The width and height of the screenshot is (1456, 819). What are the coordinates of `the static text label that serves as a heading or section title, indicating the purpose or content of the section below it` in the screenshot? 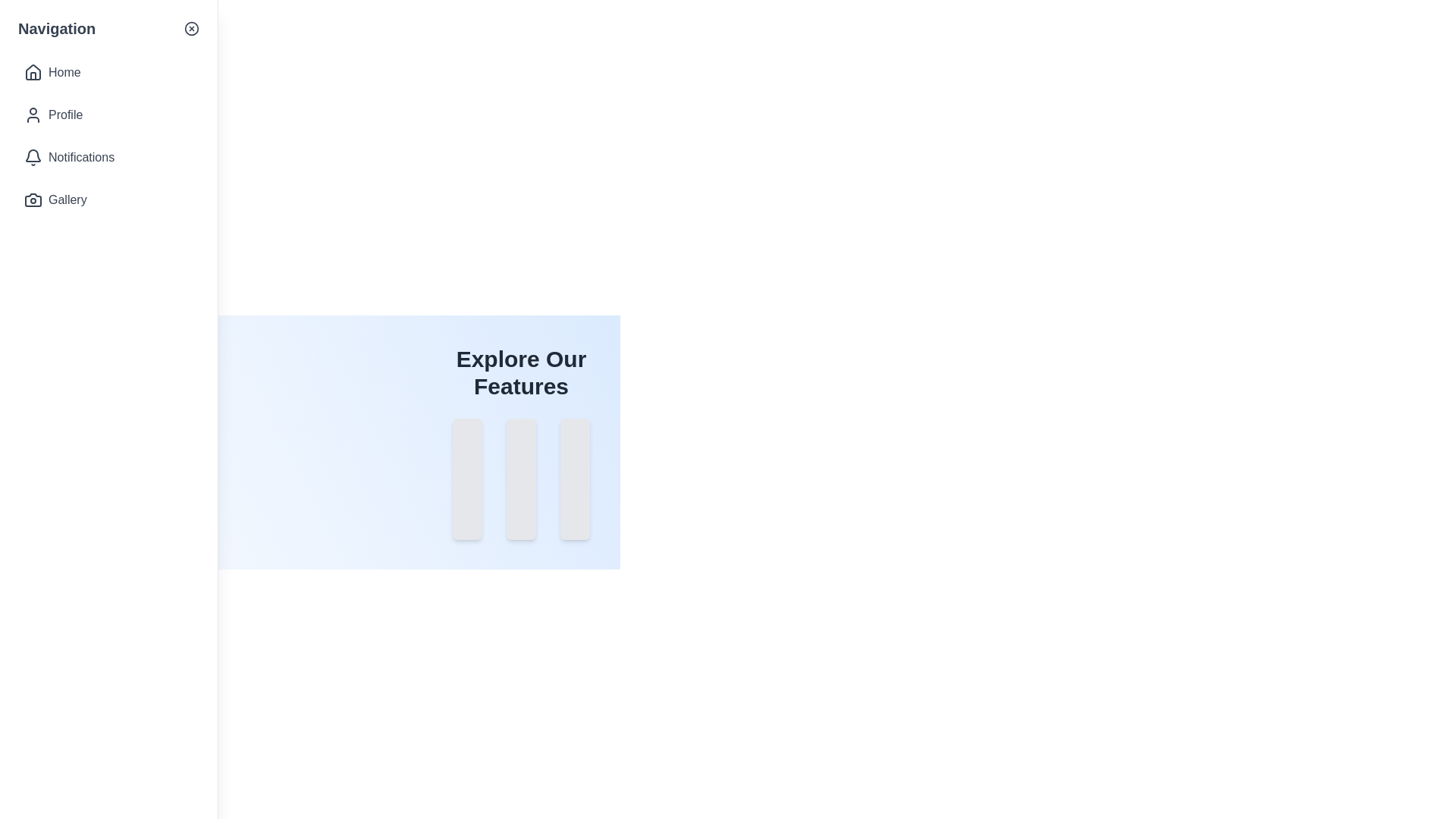 It's located at (521, 373).